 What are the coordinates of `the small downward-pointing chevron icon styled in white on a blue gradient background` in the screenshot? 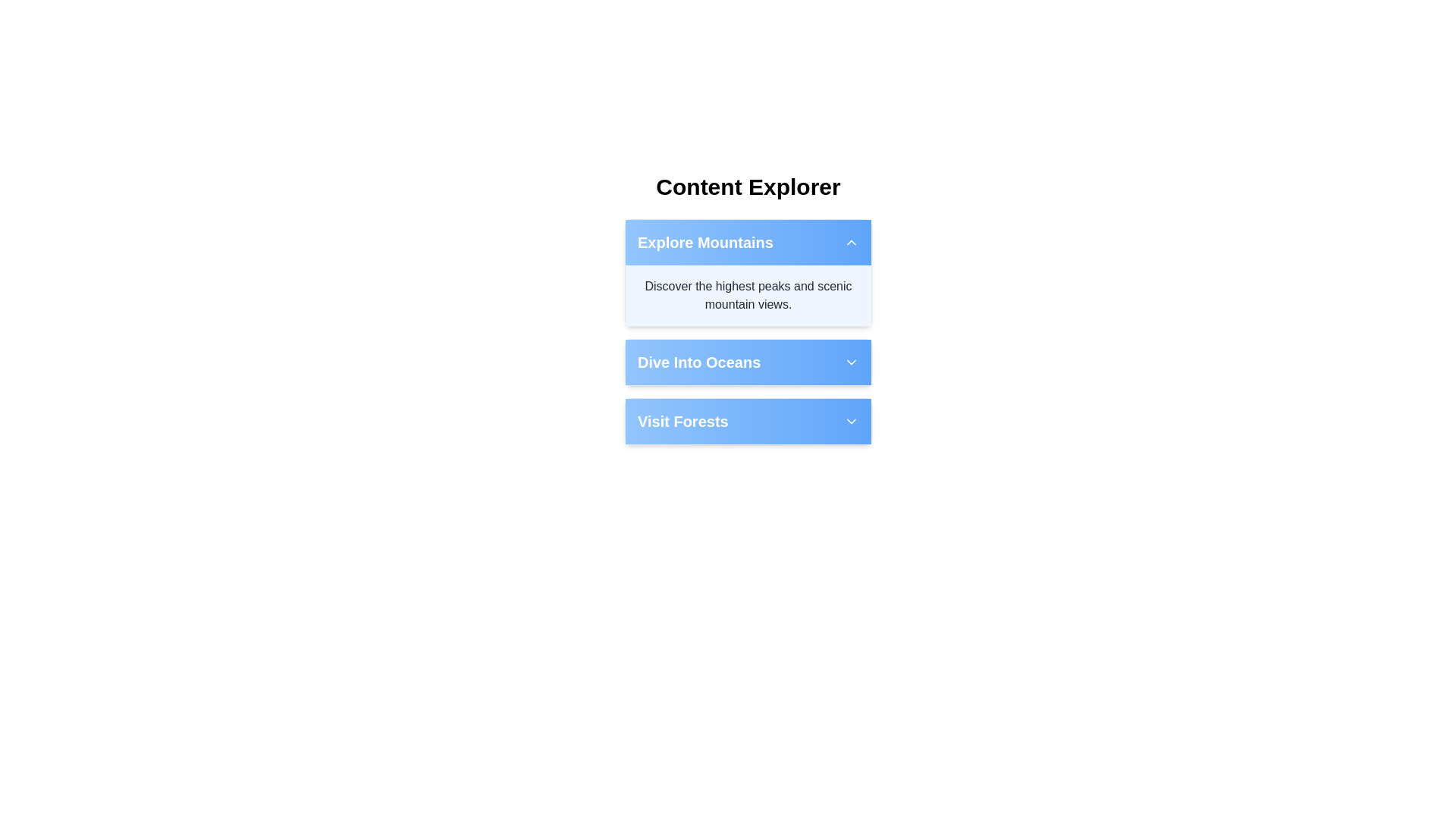 It's located at (852, 362).